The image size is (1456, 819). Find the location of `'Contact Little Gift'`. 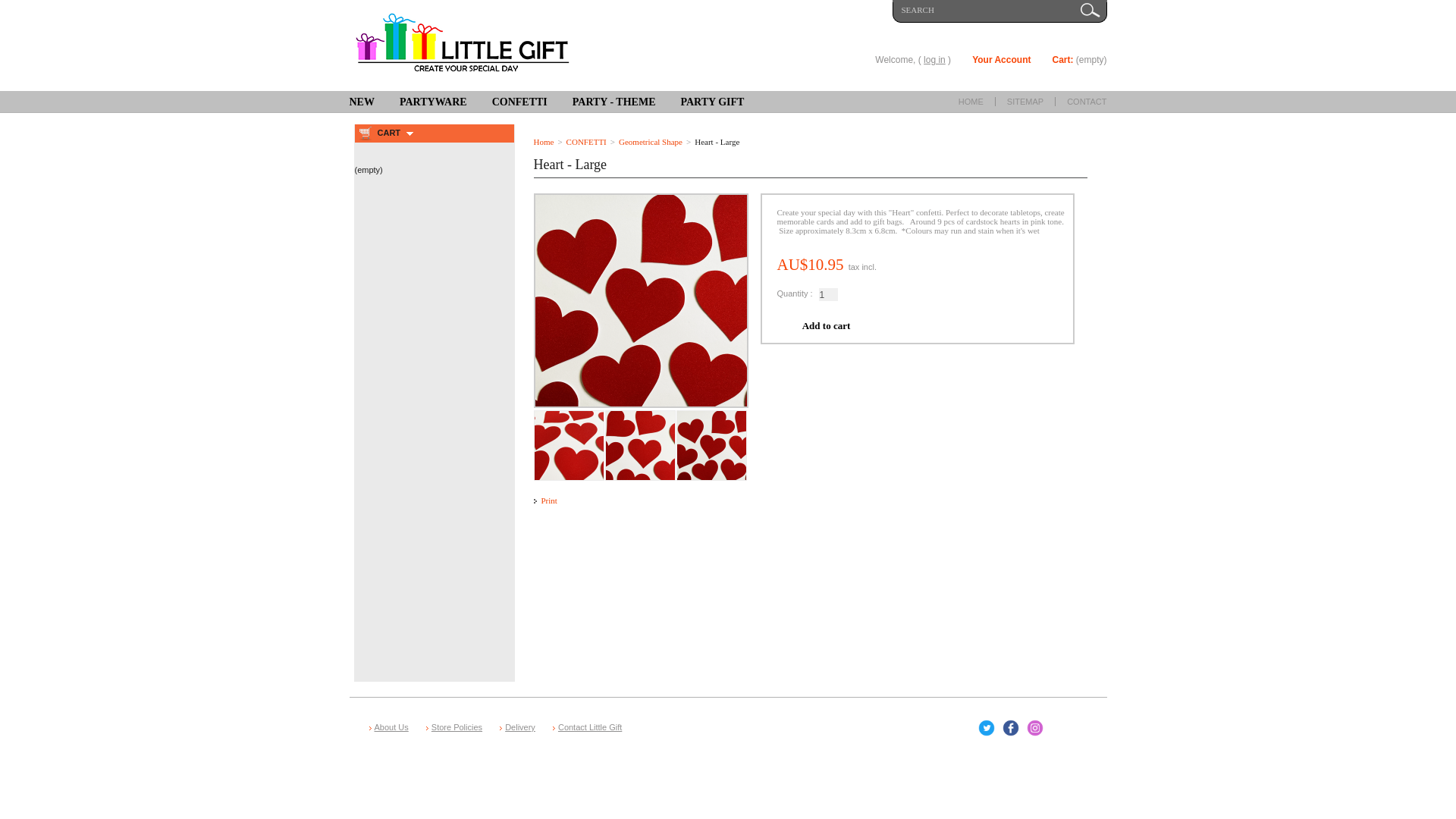

'Contact Little Gift' is located at coordinates (588, 726).